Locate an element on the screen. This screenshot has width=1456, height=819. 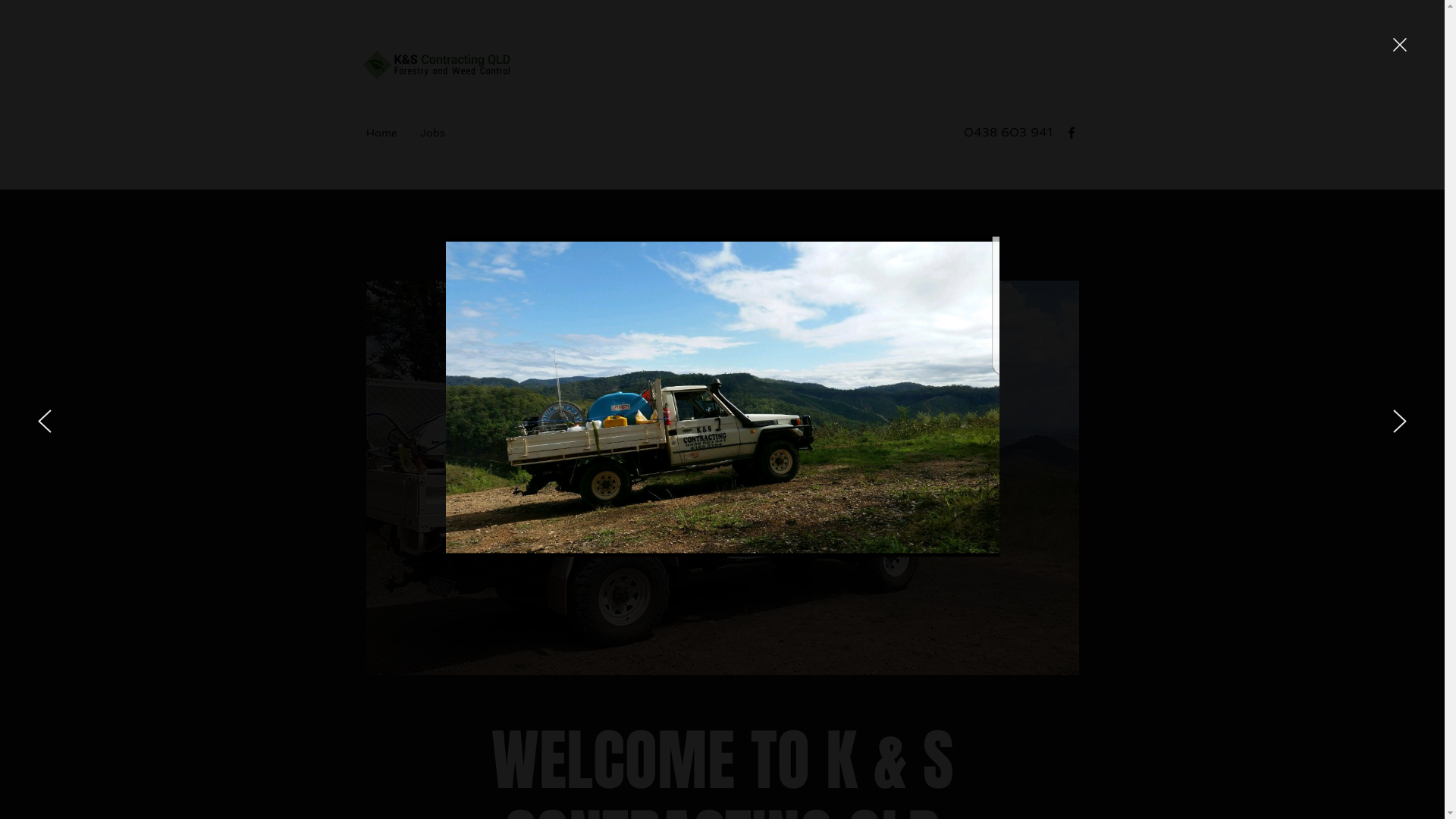
'Home' is located at coordinates (381, 131).